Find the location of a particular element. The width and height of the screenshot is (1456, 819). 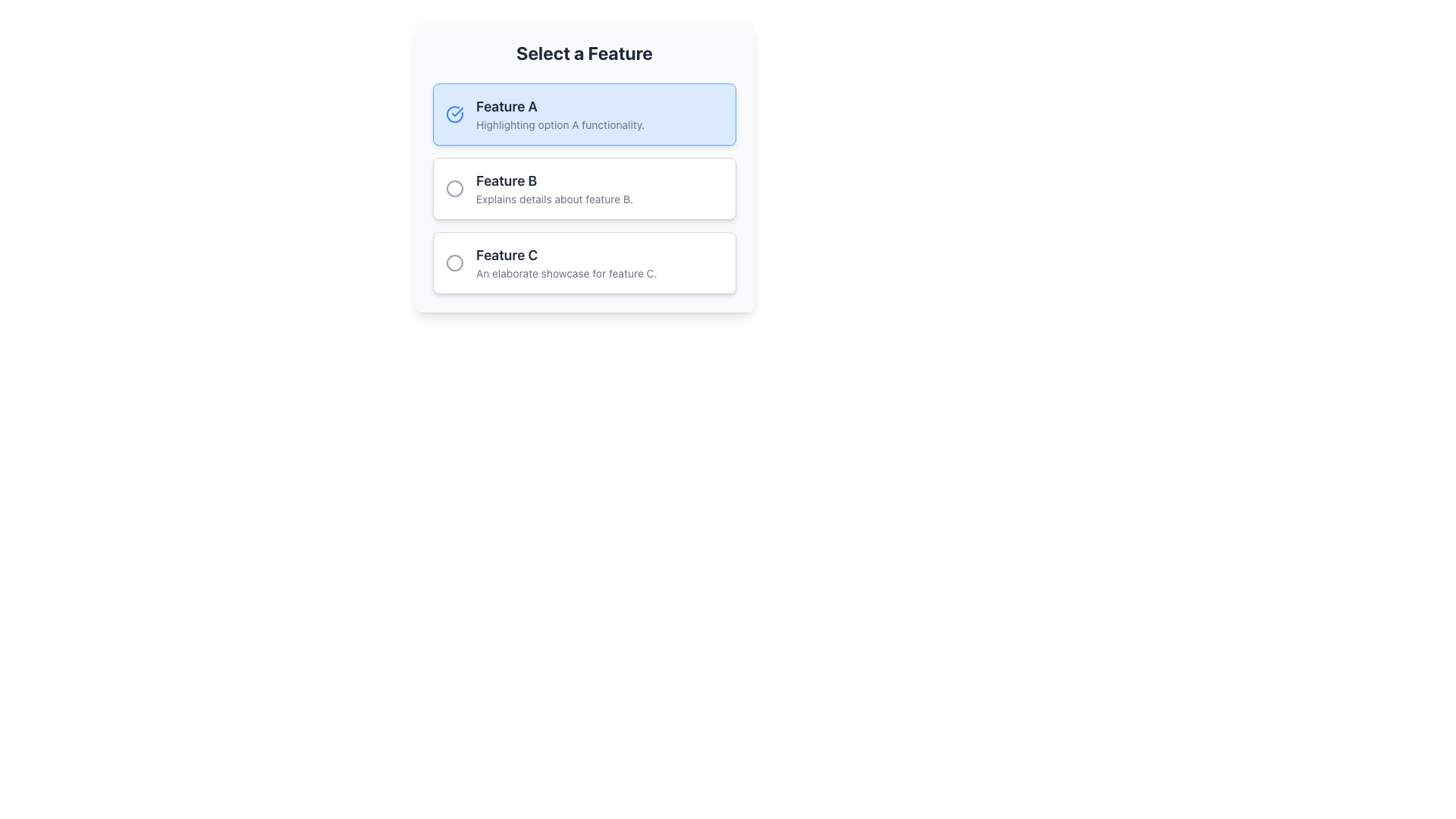

the List Group section containing the entries 'Feature A', 'Feature B', and 'Feature C' is located at coordinates (584, 188).